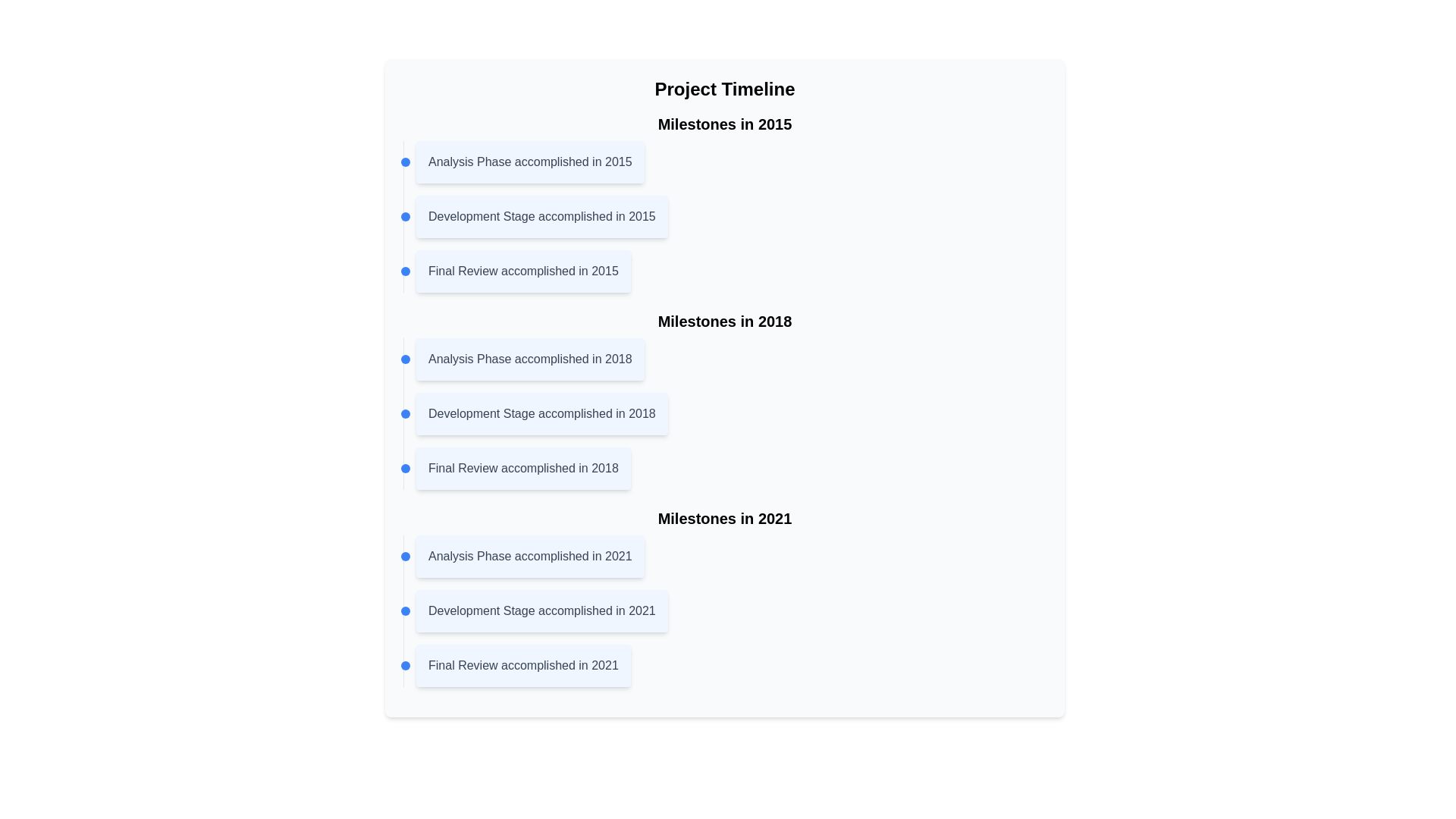 The width and height of the screenshot is (1456, 819). Describe the element at coordinates (405, 467) in the screenshot. I see `the milestone icon located slightly above and to the left of the text 'Final Review accomplished in 2018' in the 'Milestones in 2018' section` at that location.